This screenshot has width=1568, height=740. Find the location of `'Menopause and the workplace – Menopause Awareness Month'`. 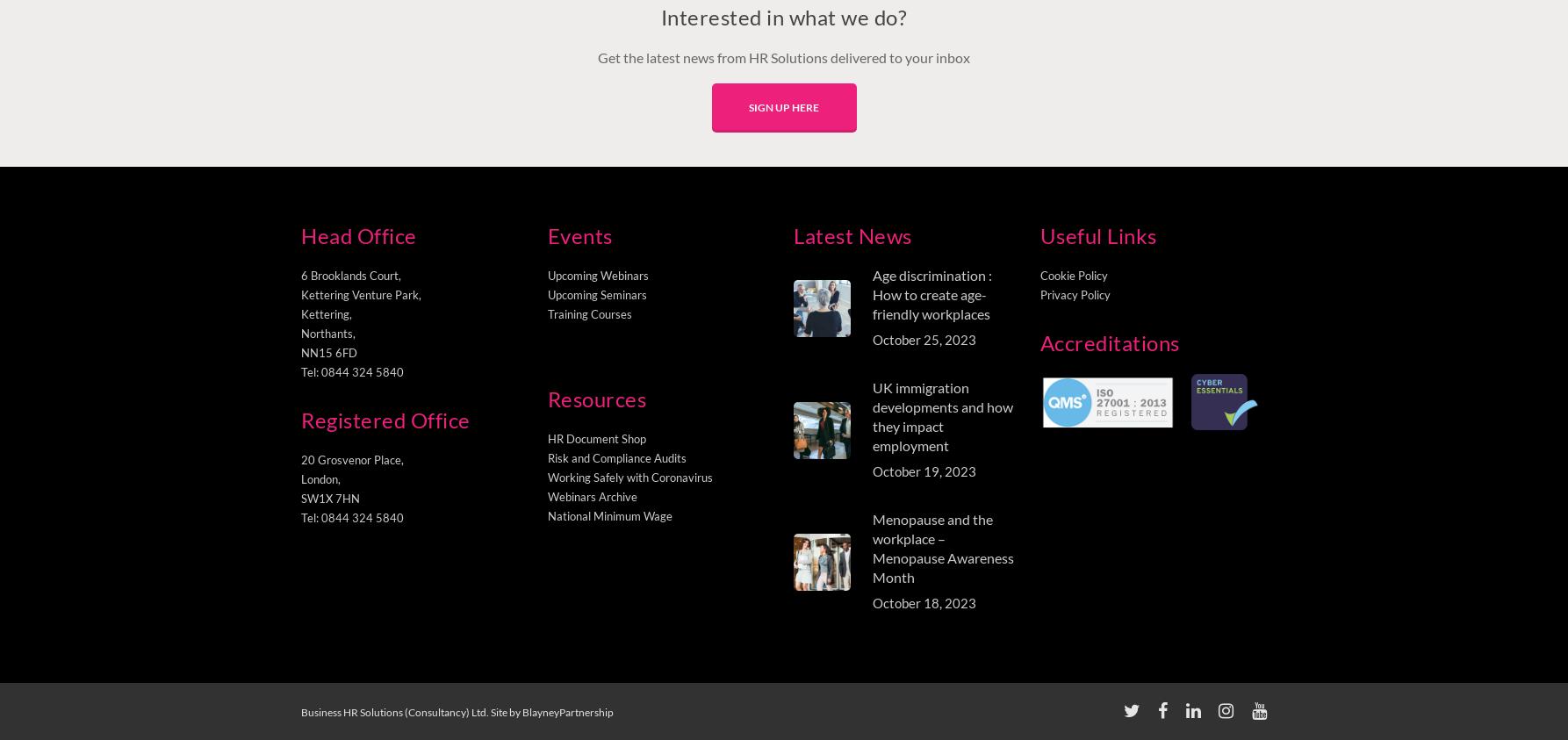

'Menopause and the workplace – Menopause Awareness Month' is located at coordinates (942, 547).